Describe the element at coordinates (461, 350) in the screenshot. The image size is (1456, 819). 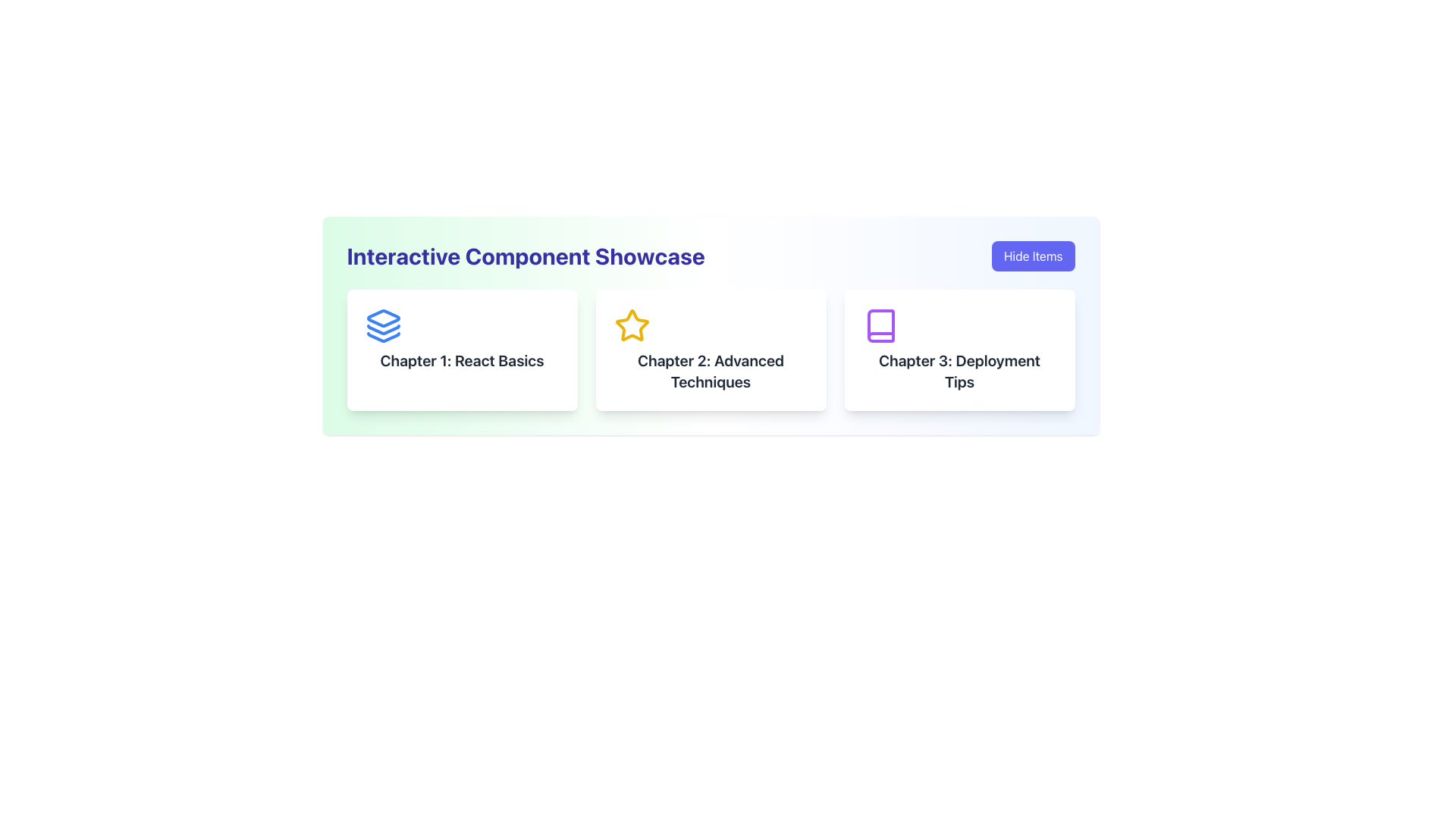
I see `the informational card that navigates to the content of the first chapter titled 'React Basics', located in the 'Interactive Component Showcase' section` at that location.